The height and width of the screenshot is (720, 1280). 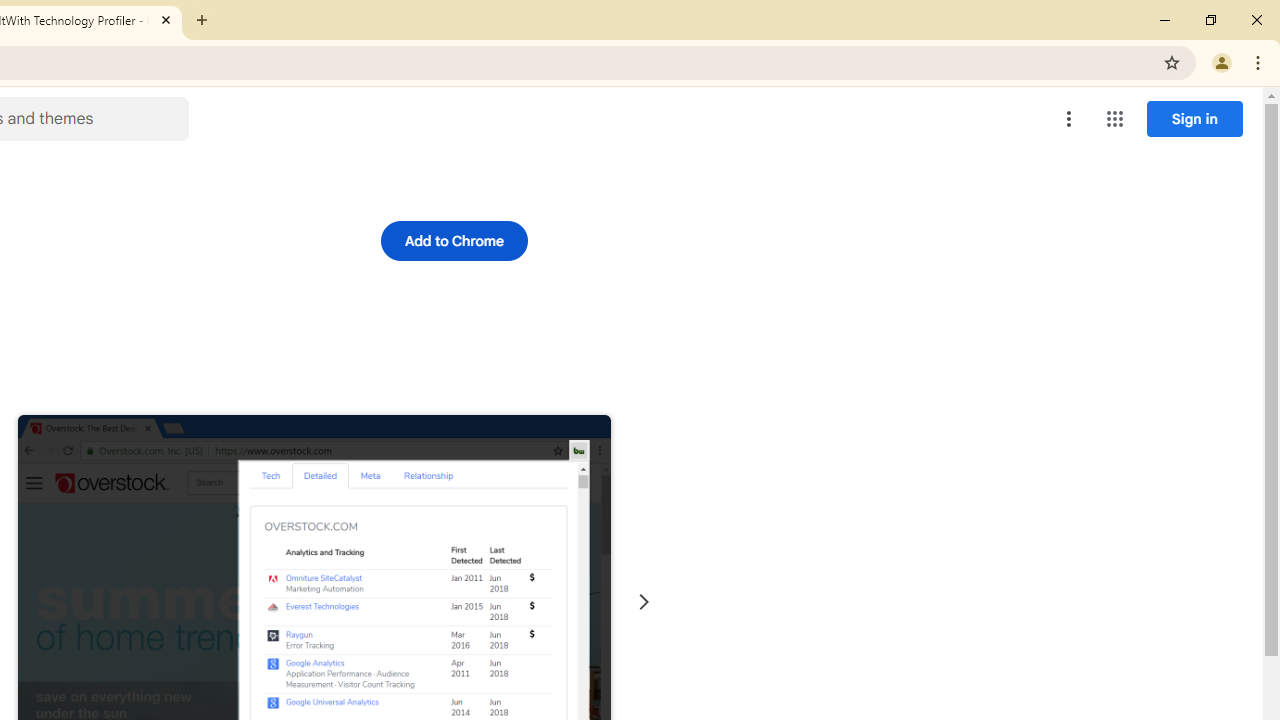 What do you see at coordinates (643, 601) in the screenshot?
I see `'Next slide'` at bounding box center [643, 601].